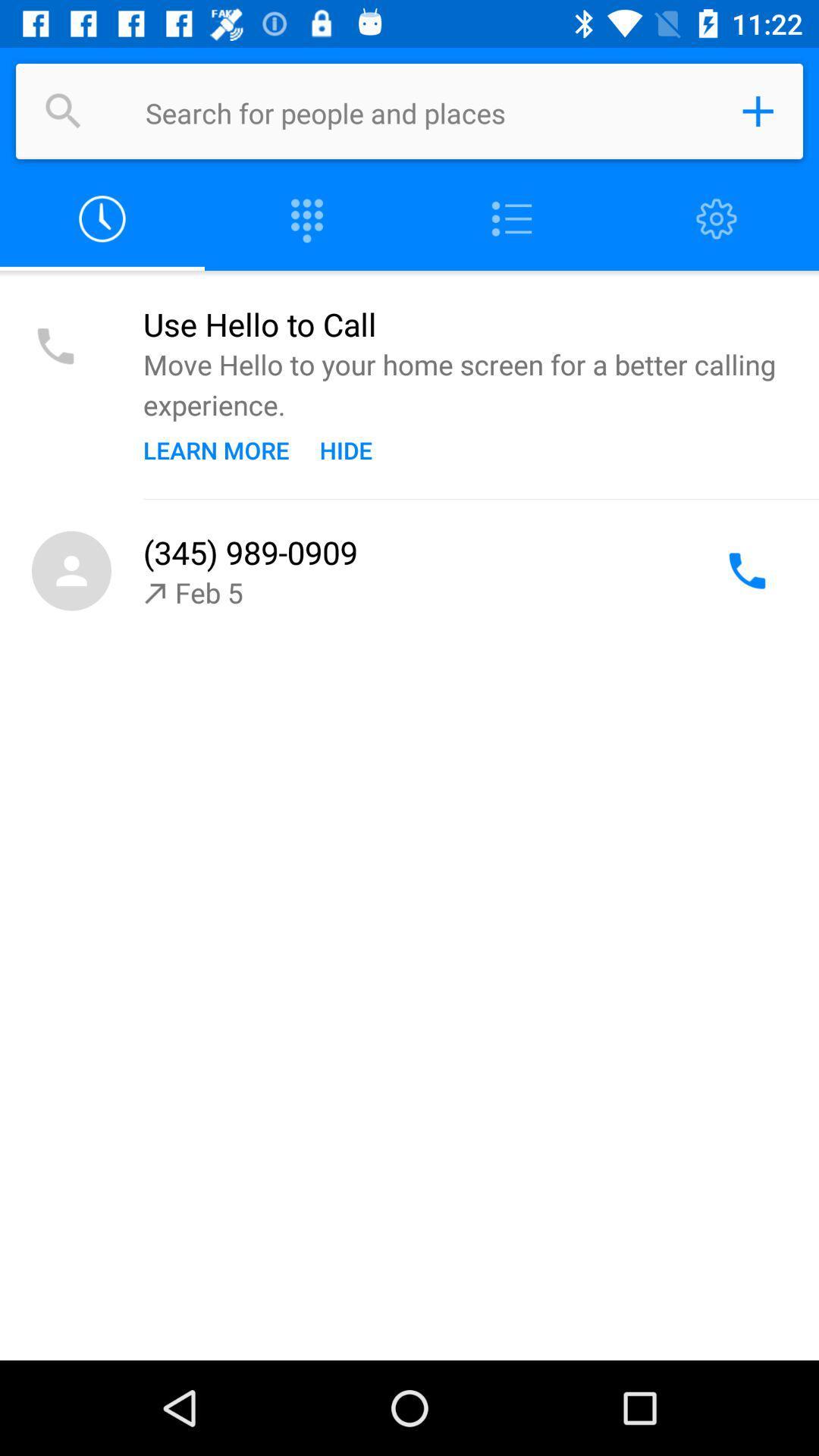  What do you see at coordinates (428, 111) in the screenshot?
I see `search terms` at bounding box center [428, 111].